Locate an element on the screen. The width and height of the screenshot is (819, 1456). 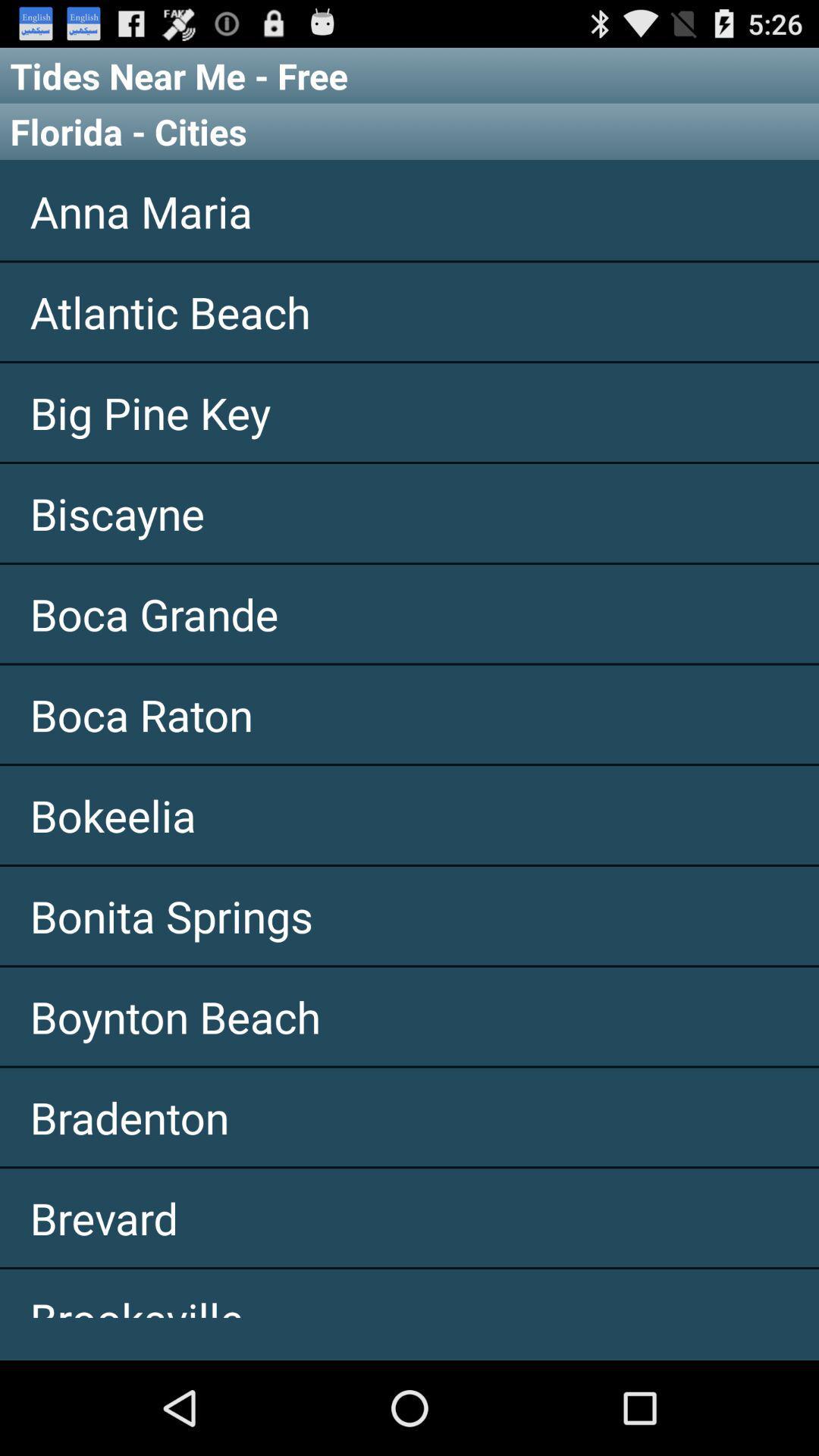
brevard app is located at coordinates (409, 1218).